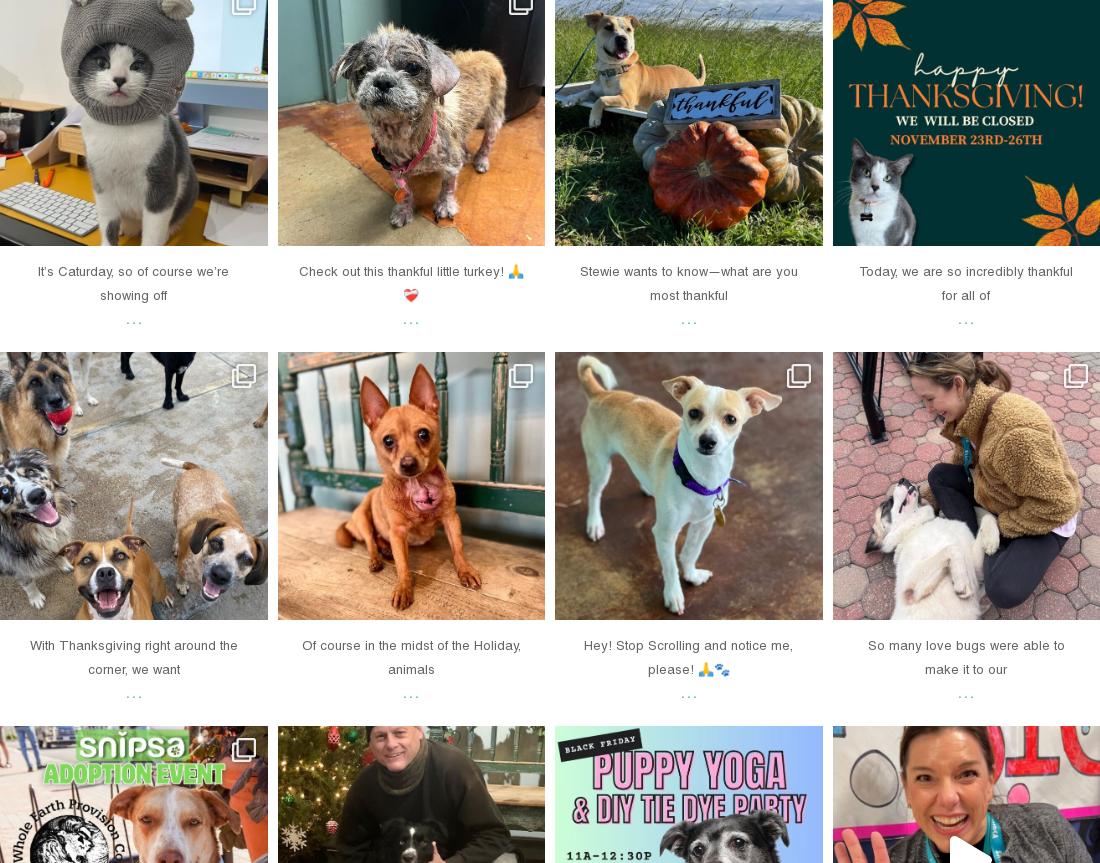  What do you see at coordinates (133, 282) in the screenshot?
I see `'It’s Caturday, so of course we’re showing off'` at bounding box center [133, 282].